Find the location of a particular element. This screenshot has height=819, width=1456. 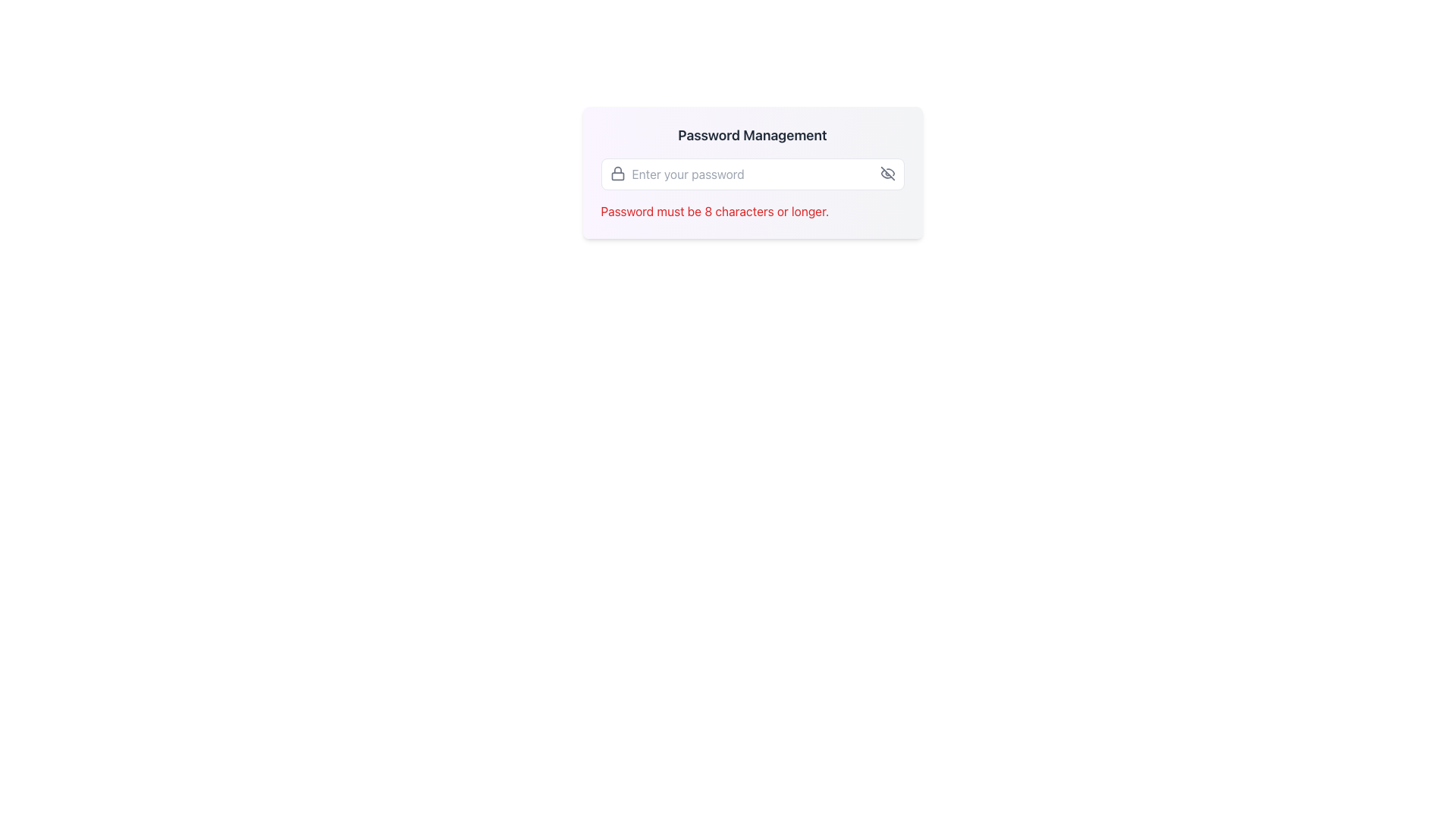

the text label that displays the message 'Password must be 8 characters or longer.' styled in red, which is located beneath the password input field is located at coordinates (714, 211).